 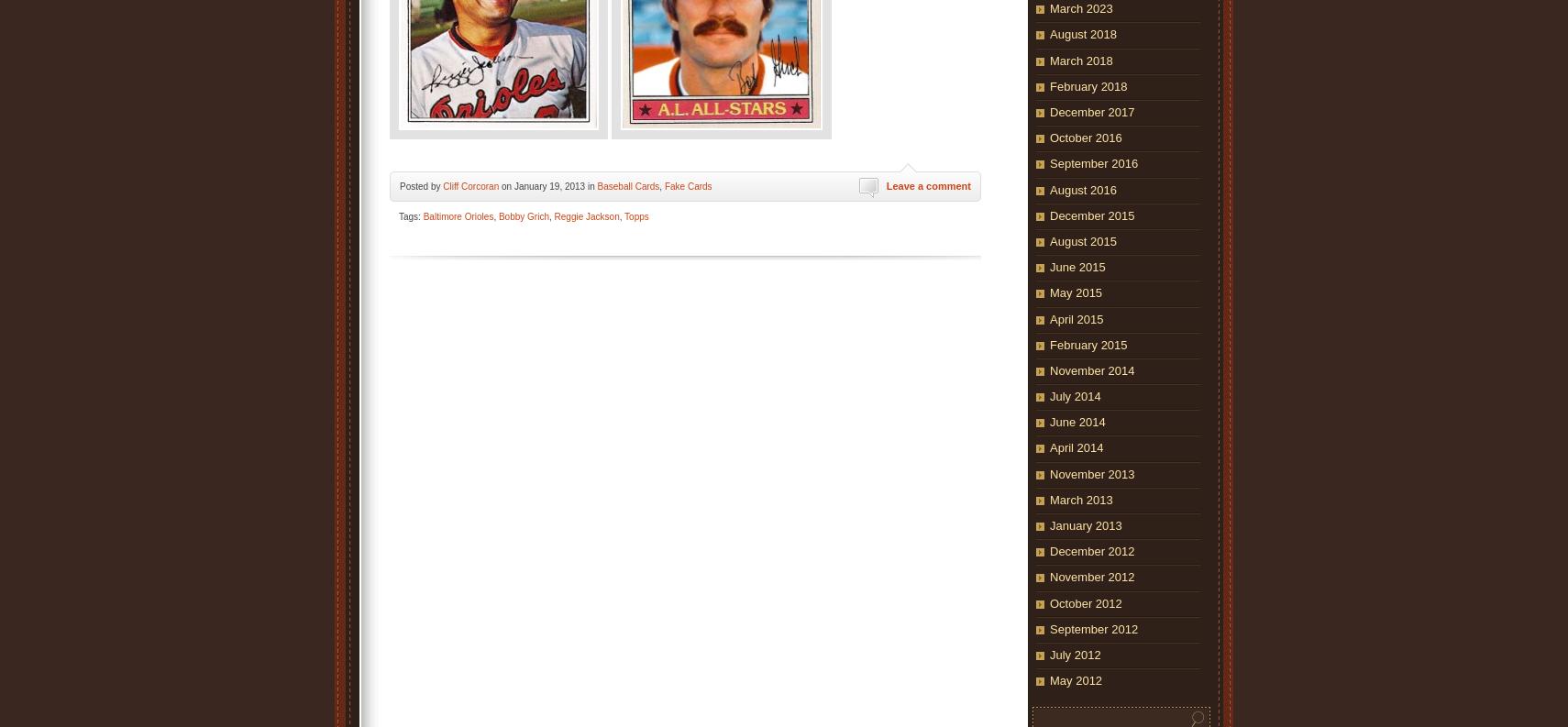 What do you see at coordinates (586, 216) in the screenshot?
I see `'Reggie Jackson'` at bounding box center [586, 216].